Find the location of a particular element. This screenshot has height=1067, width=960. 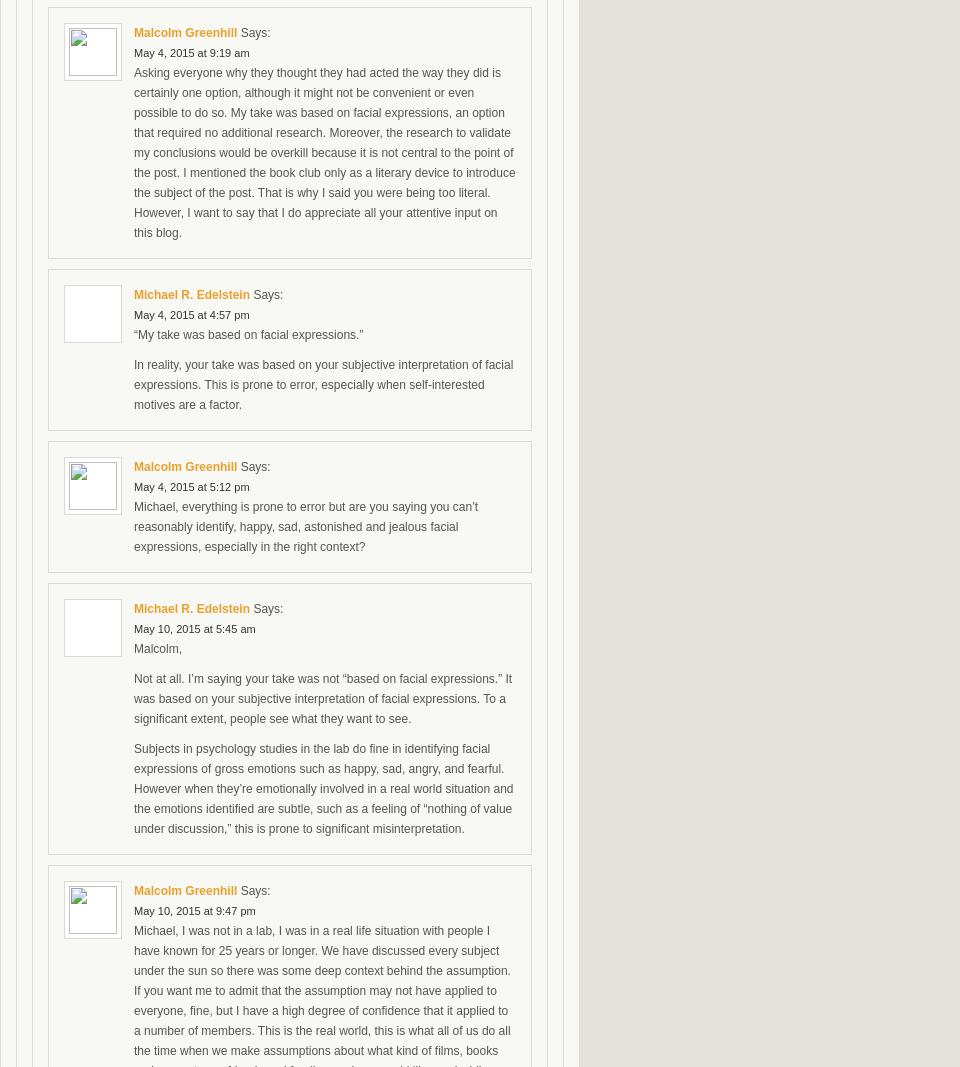

'Malcolm,' is located at coordinates (157, 648).